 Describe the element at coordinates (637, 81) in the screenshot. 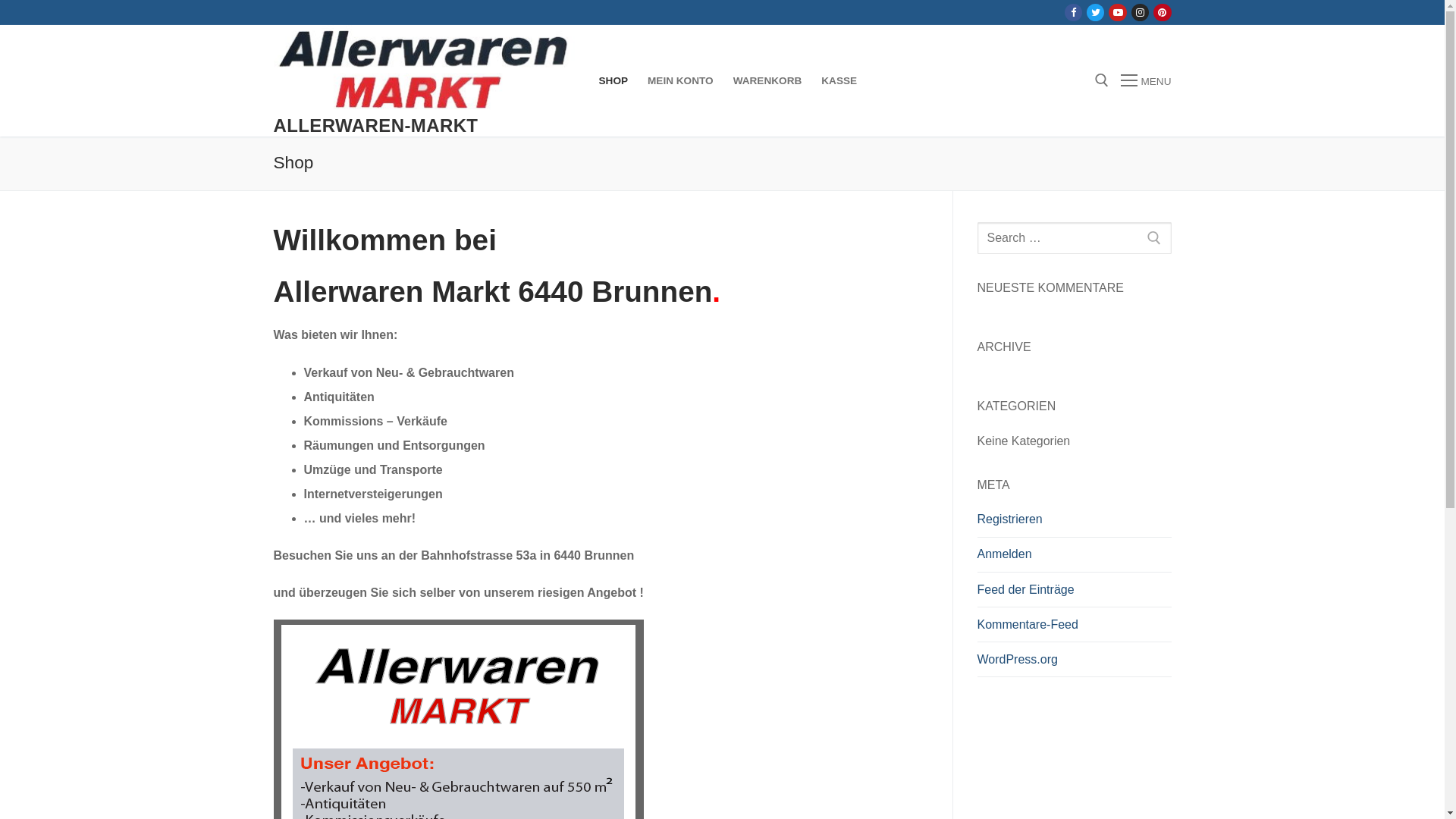

I see `'MEIN KONTO'` at that location.